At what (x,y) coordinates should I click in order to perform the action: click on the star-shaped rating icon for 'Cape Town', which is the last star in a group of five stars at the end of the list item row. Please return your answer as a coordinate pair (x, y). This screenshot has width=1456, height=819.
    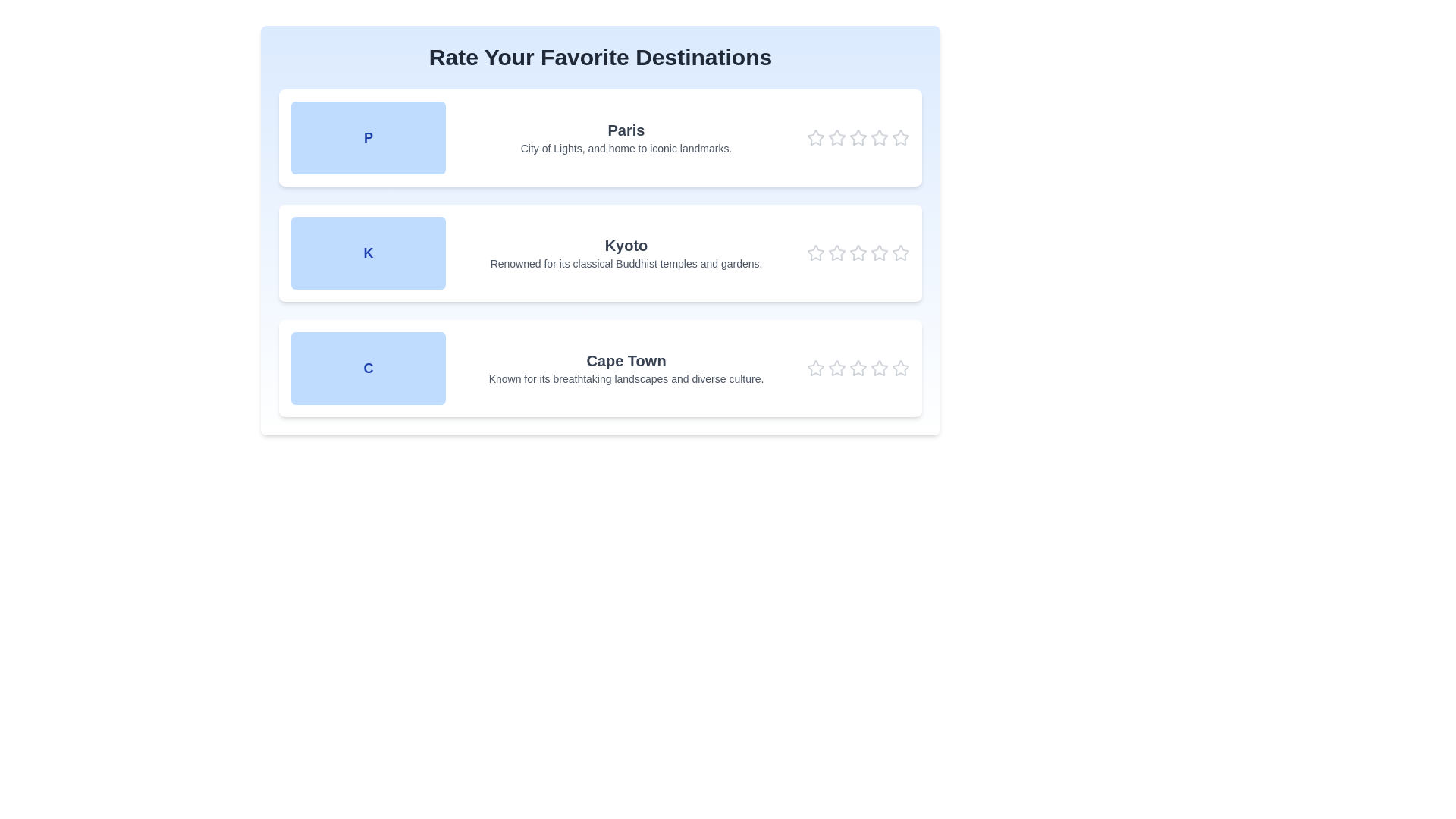
    Looking at the image, I should click on (901, 368).